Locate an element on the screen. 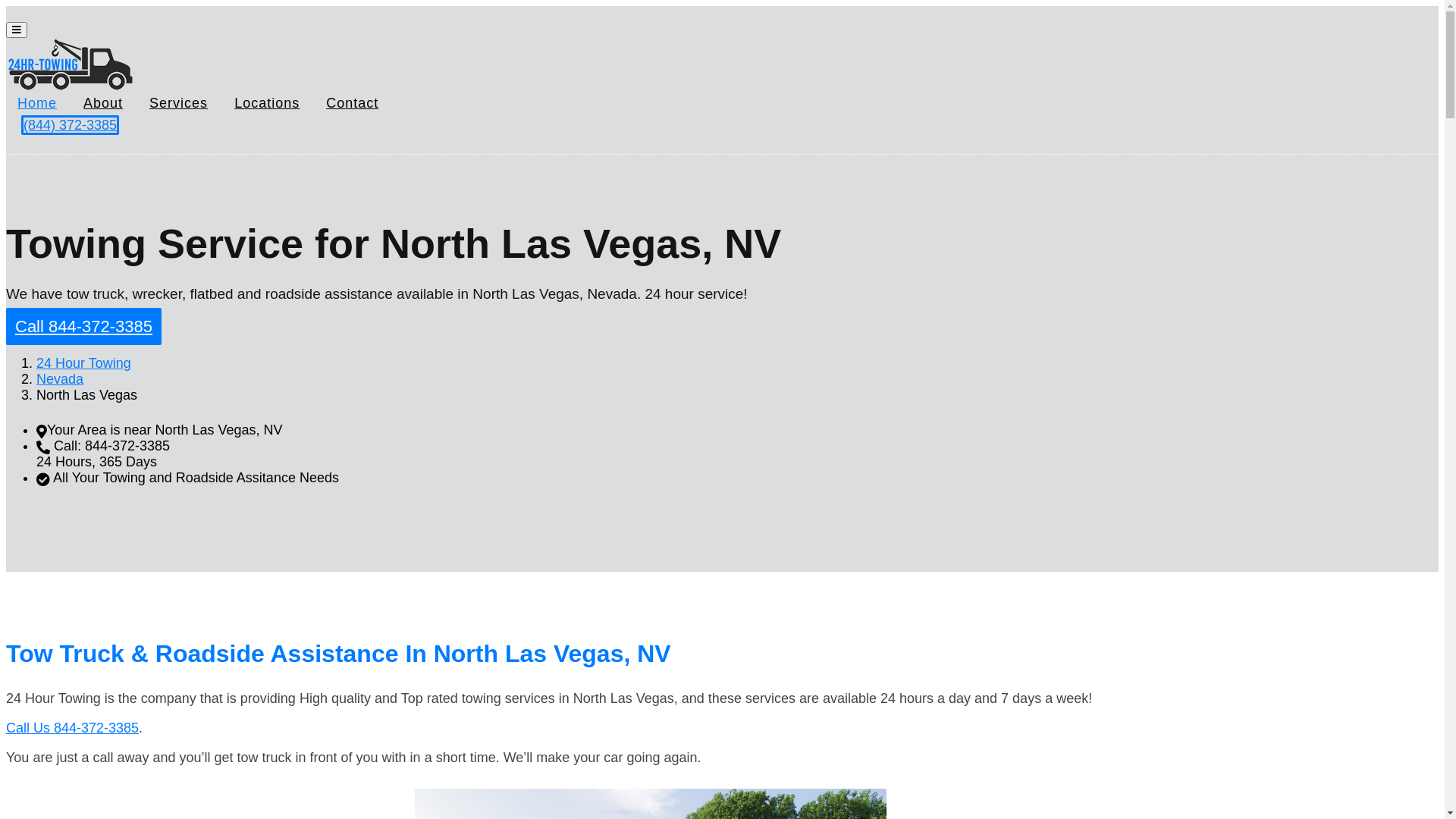 This screenshot has width=1456, height=819. '(844) 372-3385' is located at coordinates (69, 124).